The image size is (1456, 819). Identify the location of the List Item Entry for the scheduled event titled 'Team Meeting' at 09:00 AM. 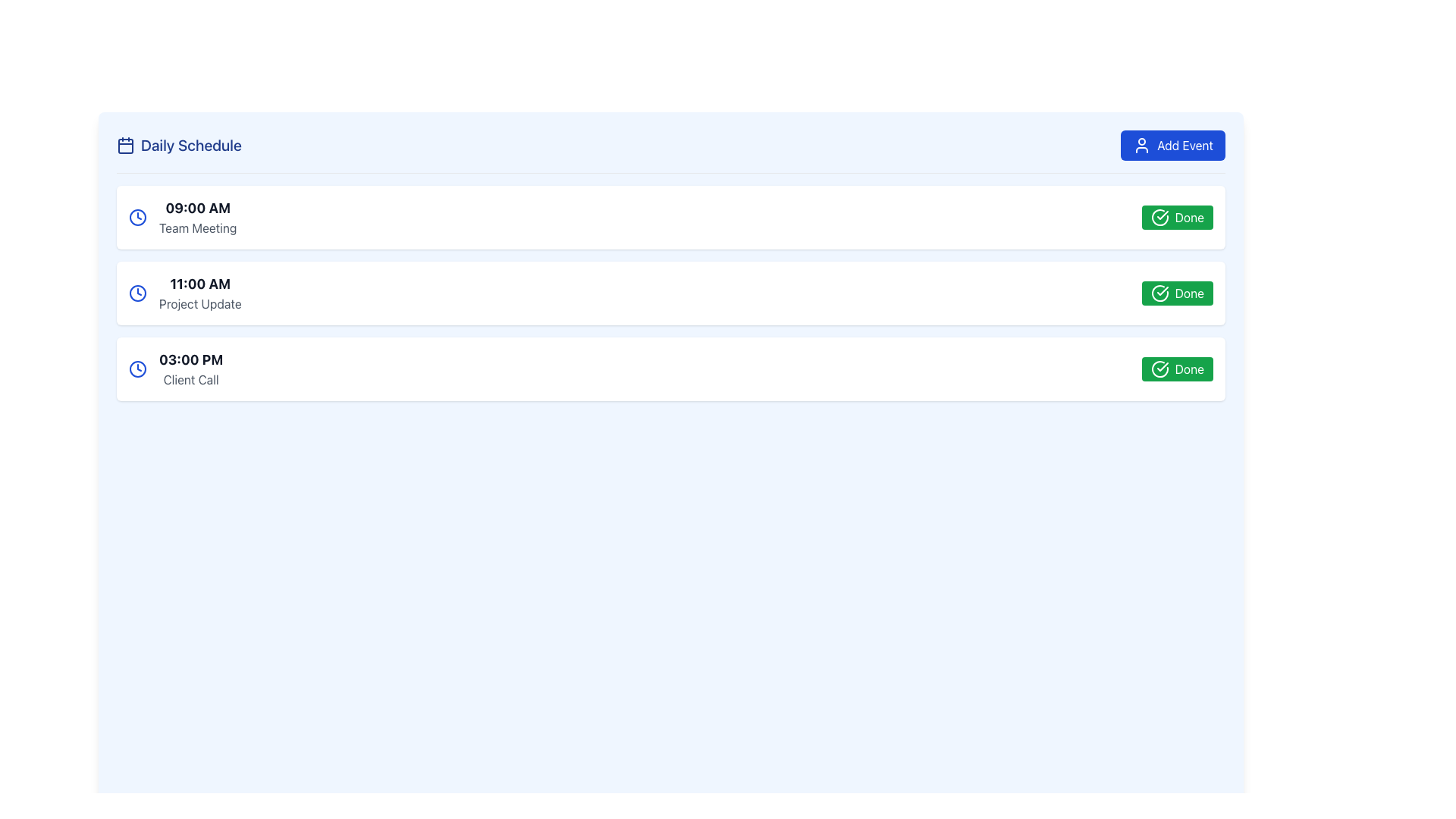
(182, 217).